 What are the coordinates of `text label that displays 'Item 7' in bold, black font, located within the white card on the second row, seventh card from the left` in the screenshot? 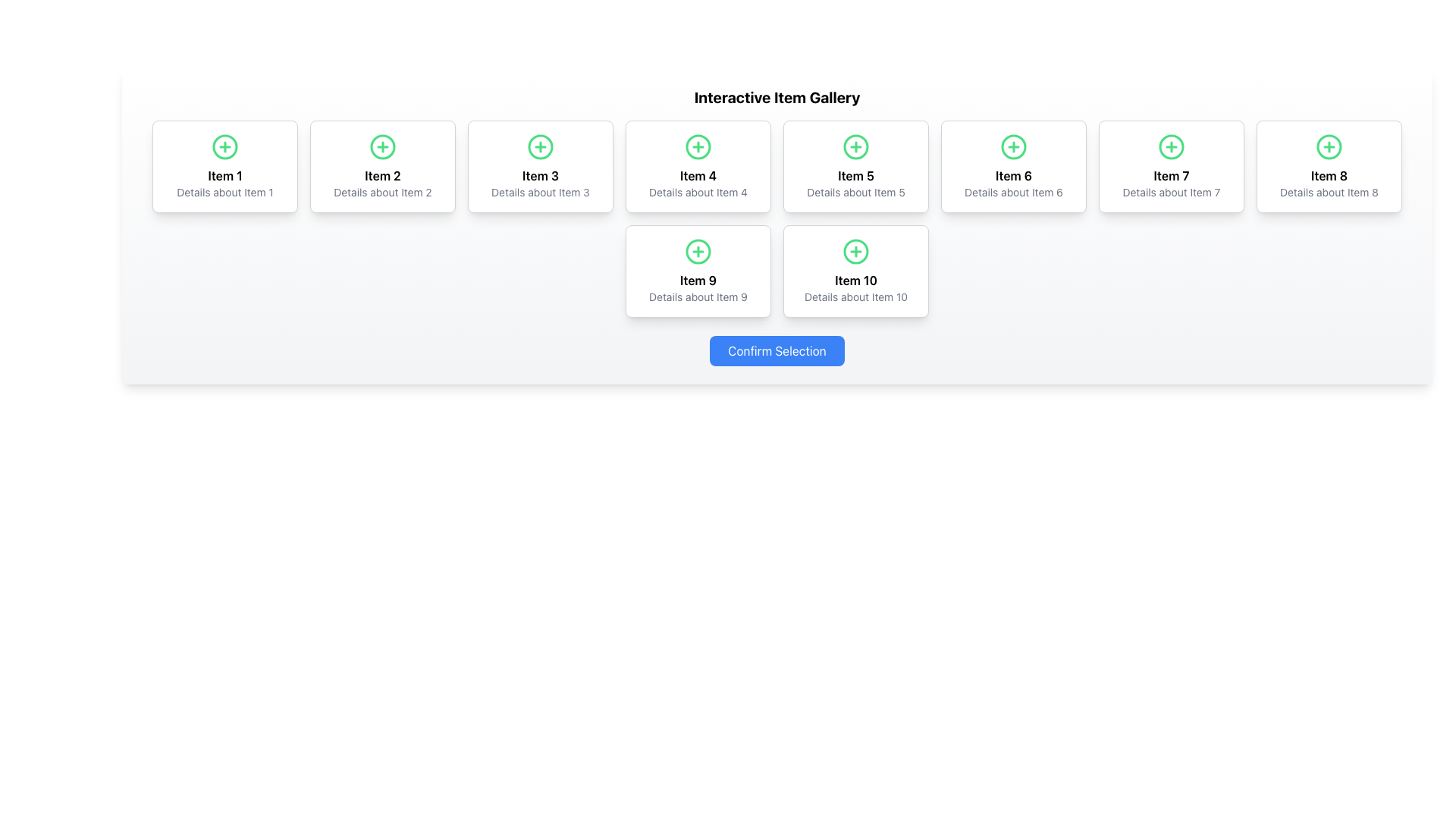 It's located at (1171, 174).